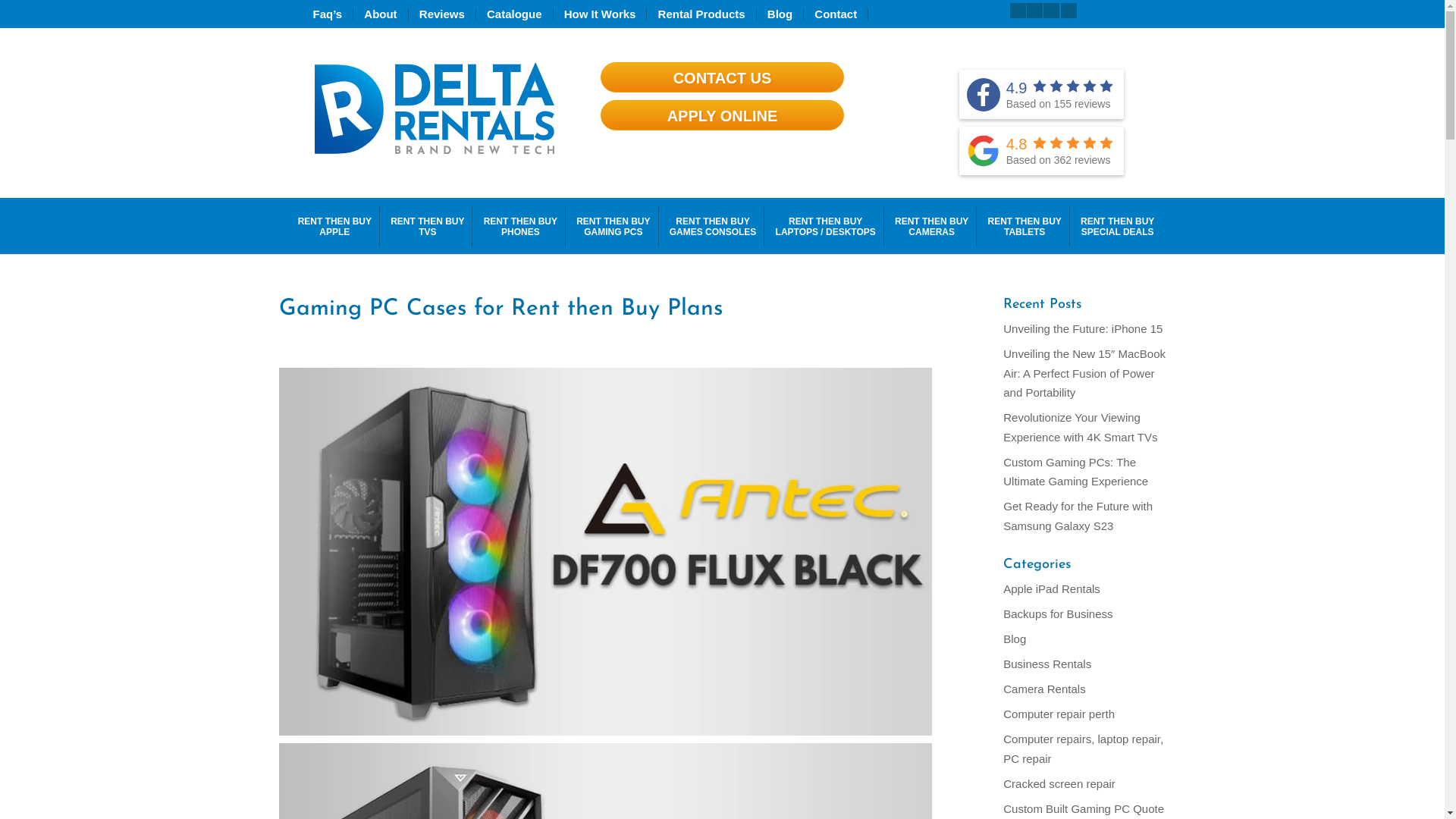 This screenshot has width=1456, height=819. Describe the element at coordinates (613, 227) in the screenshot. I see `'RENT THEN BUY` at that location.